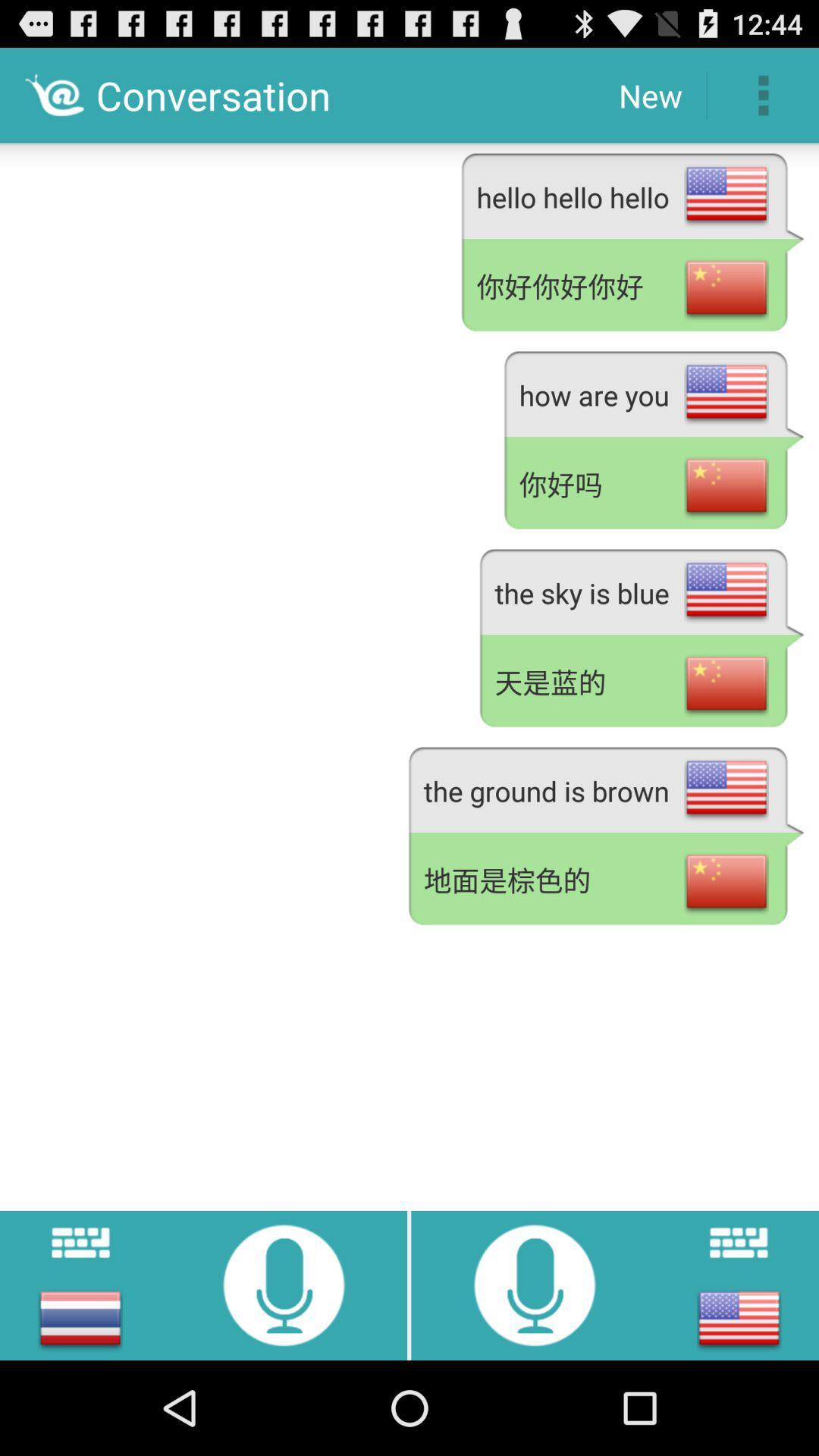 The height and width of the screenshot is (1456, 819). What do you see at coordinates (284, 1376) in the screenshot?
I see `the microphone icon` at bounding box center [284, 1376].